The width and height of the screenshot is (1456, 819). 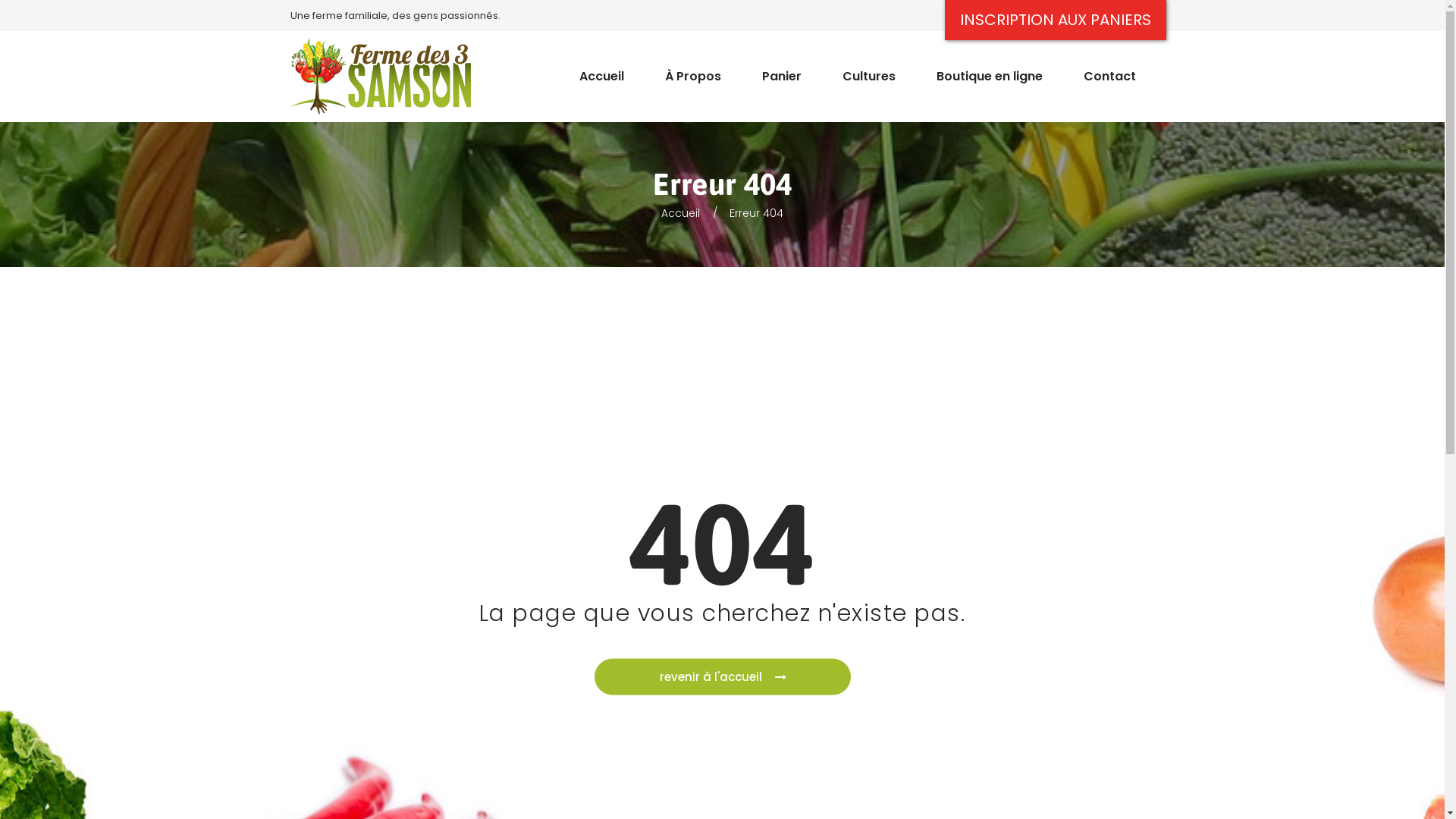 What do you see at coordinates (679, 213) in the screenshot?
I see `'Accueil'` at bounding box center [679, 213].